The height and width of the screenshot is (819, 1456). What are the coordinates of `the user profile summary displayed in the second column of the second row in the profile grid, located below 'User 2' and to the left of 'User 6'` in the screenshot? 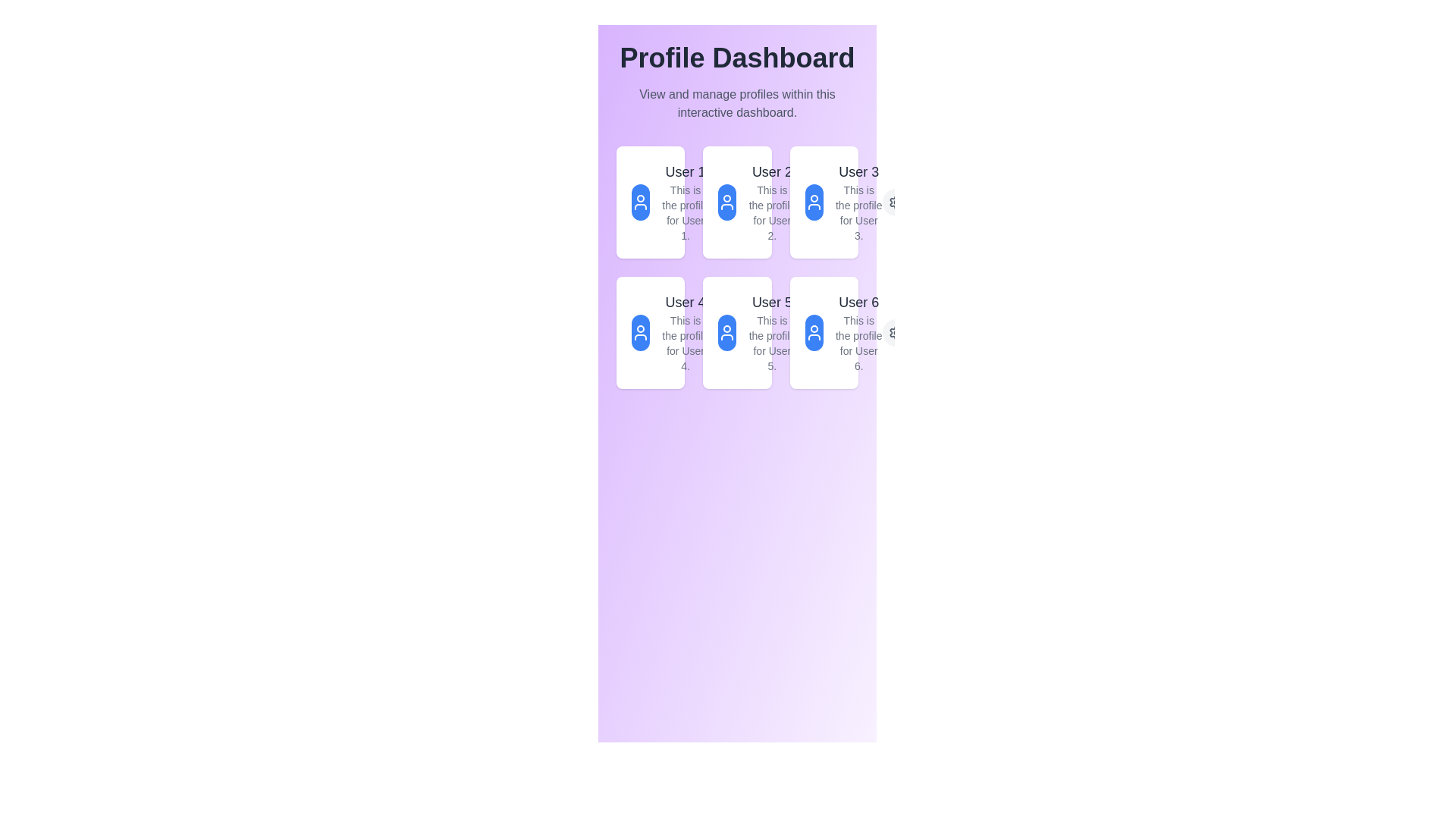 It's located at (772, 332).